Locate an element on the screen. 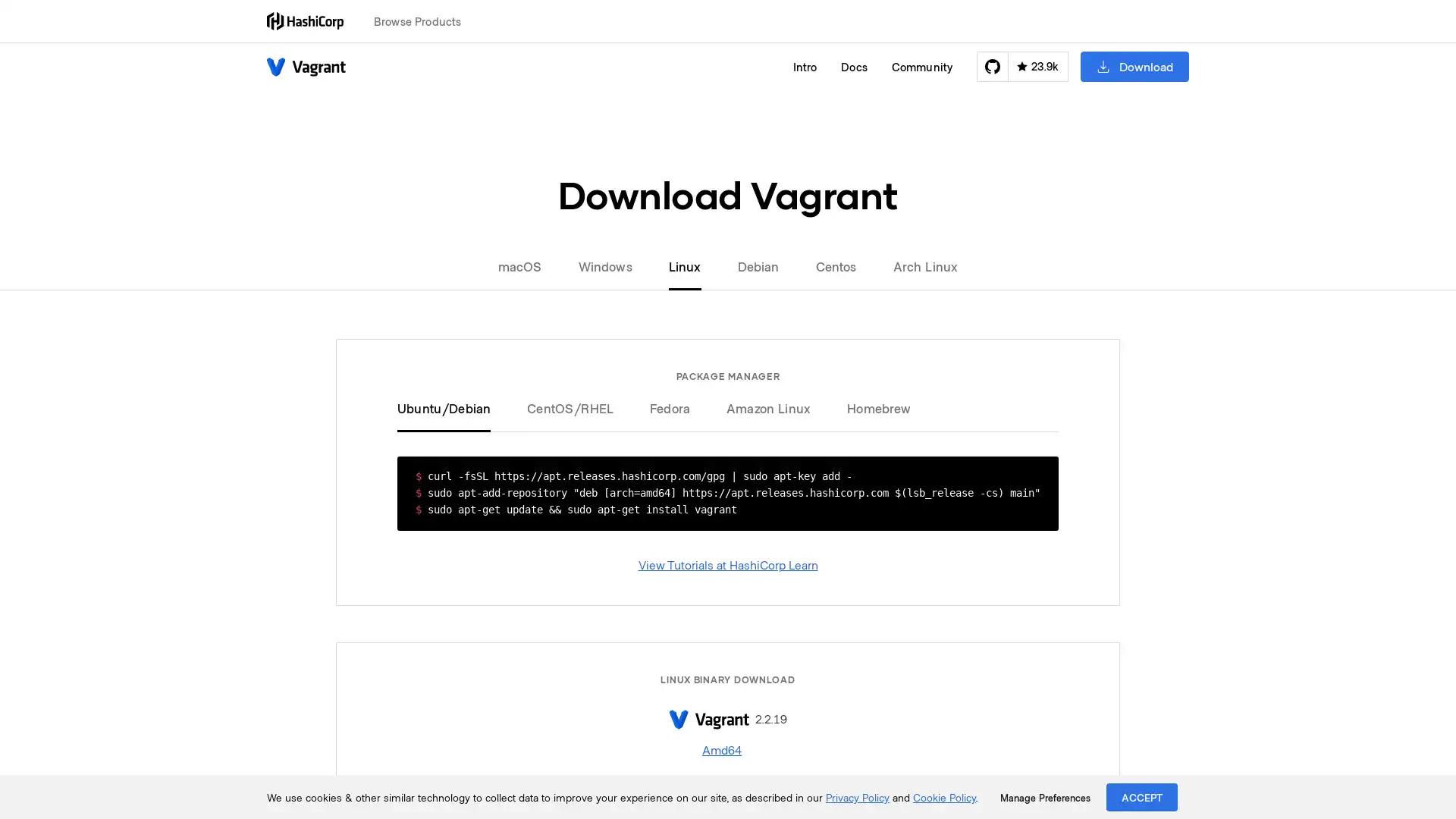 This screenshot has height=819, width=1456. Windows is located at coordinates (604, 265).